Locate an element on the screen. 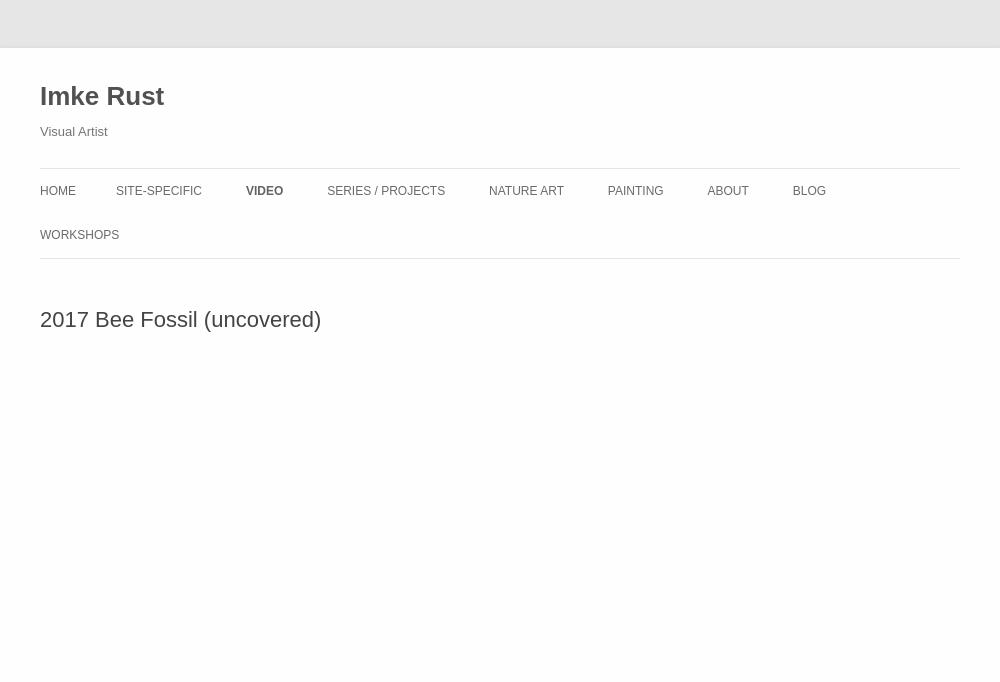  'Site-Specific' is located at coordinates (159, 191).